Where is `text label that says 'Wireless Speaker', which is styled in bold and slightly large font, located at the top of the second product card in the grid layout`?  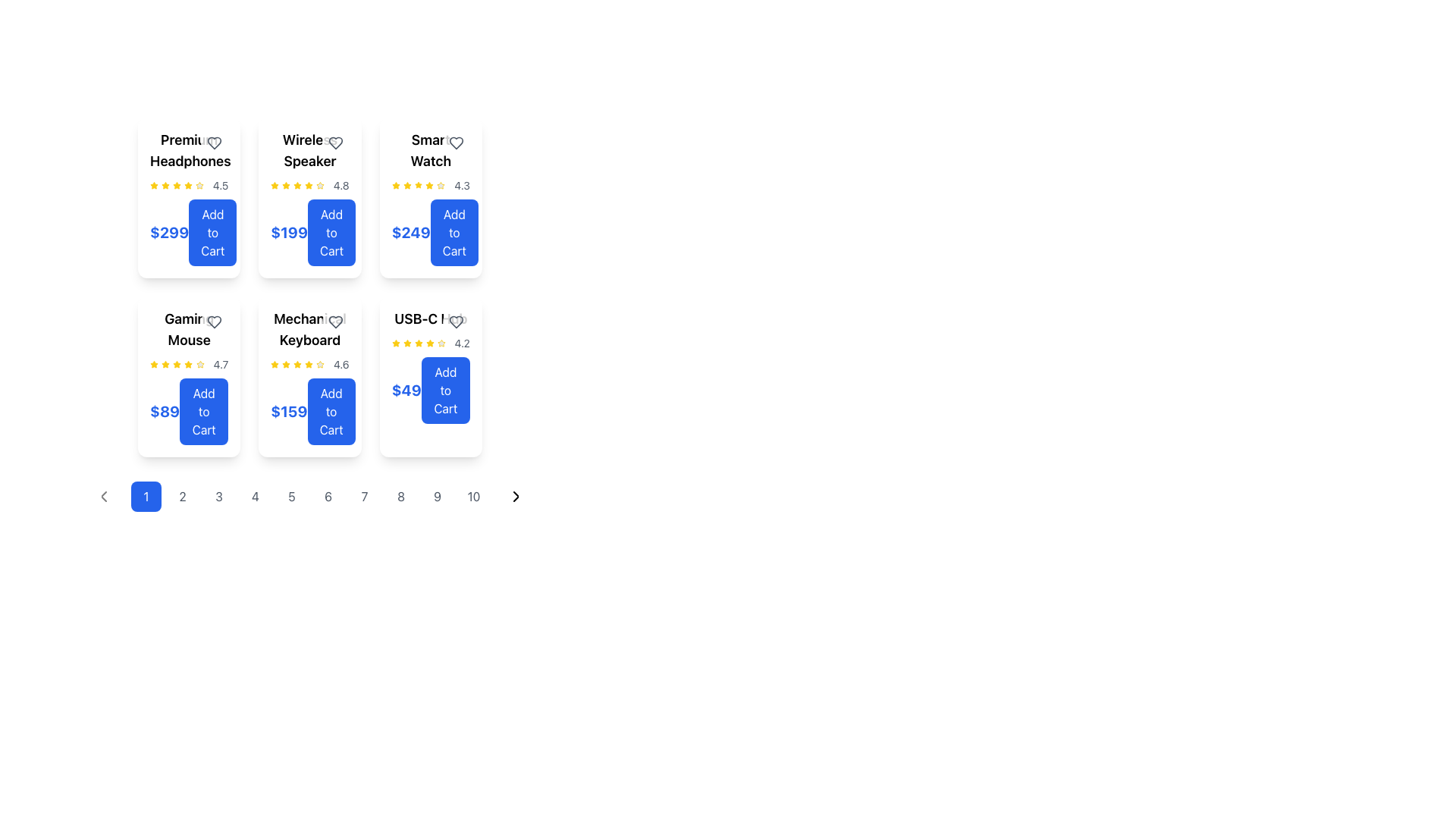
text label that says 'Wireless Speaker', which is styled in bold and slightly large font, located at the top of the second product card in the grid layout is located at coordinates (309, 151).